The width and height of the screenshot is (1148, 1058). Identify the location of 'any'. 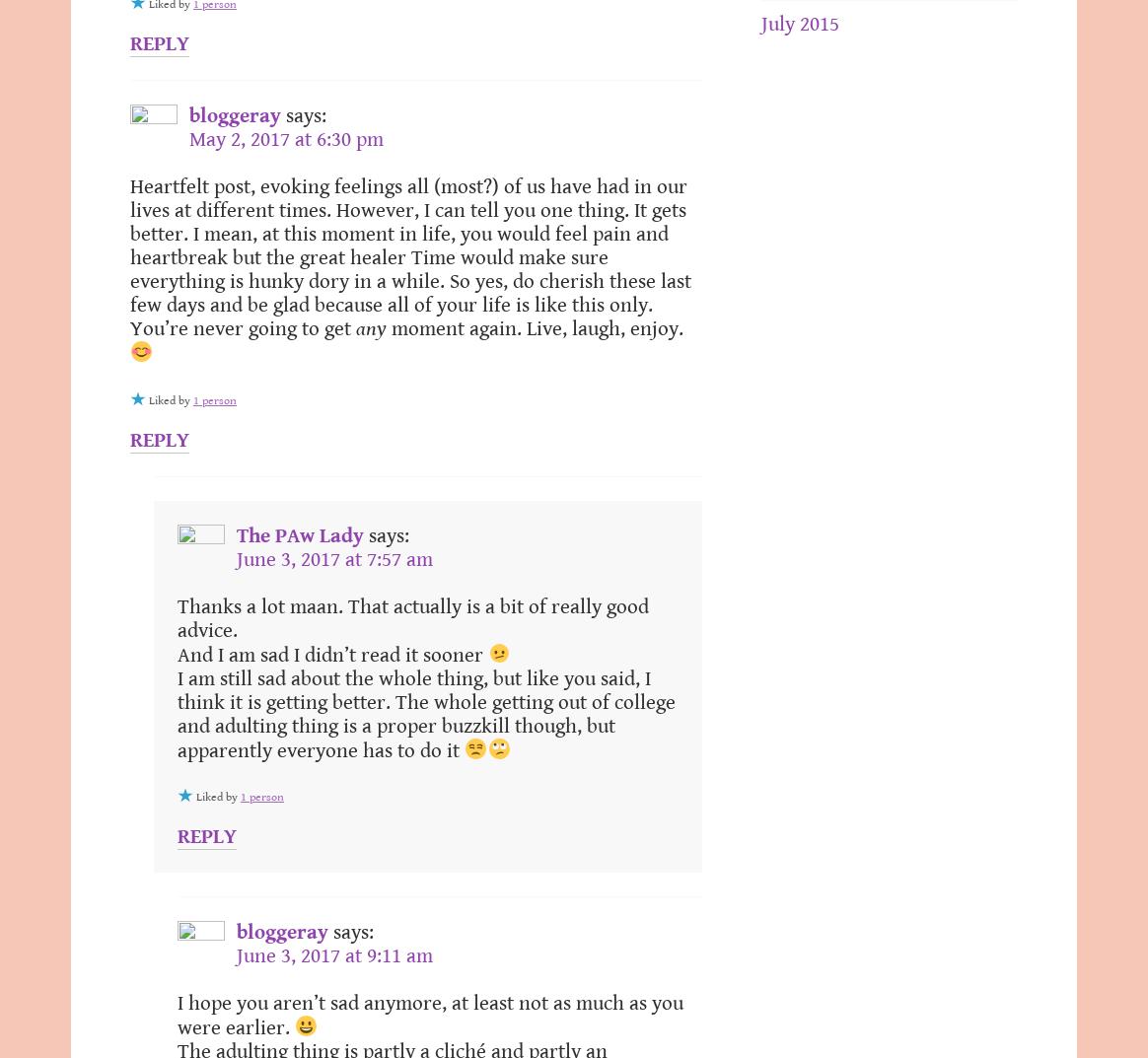
(370, 329).